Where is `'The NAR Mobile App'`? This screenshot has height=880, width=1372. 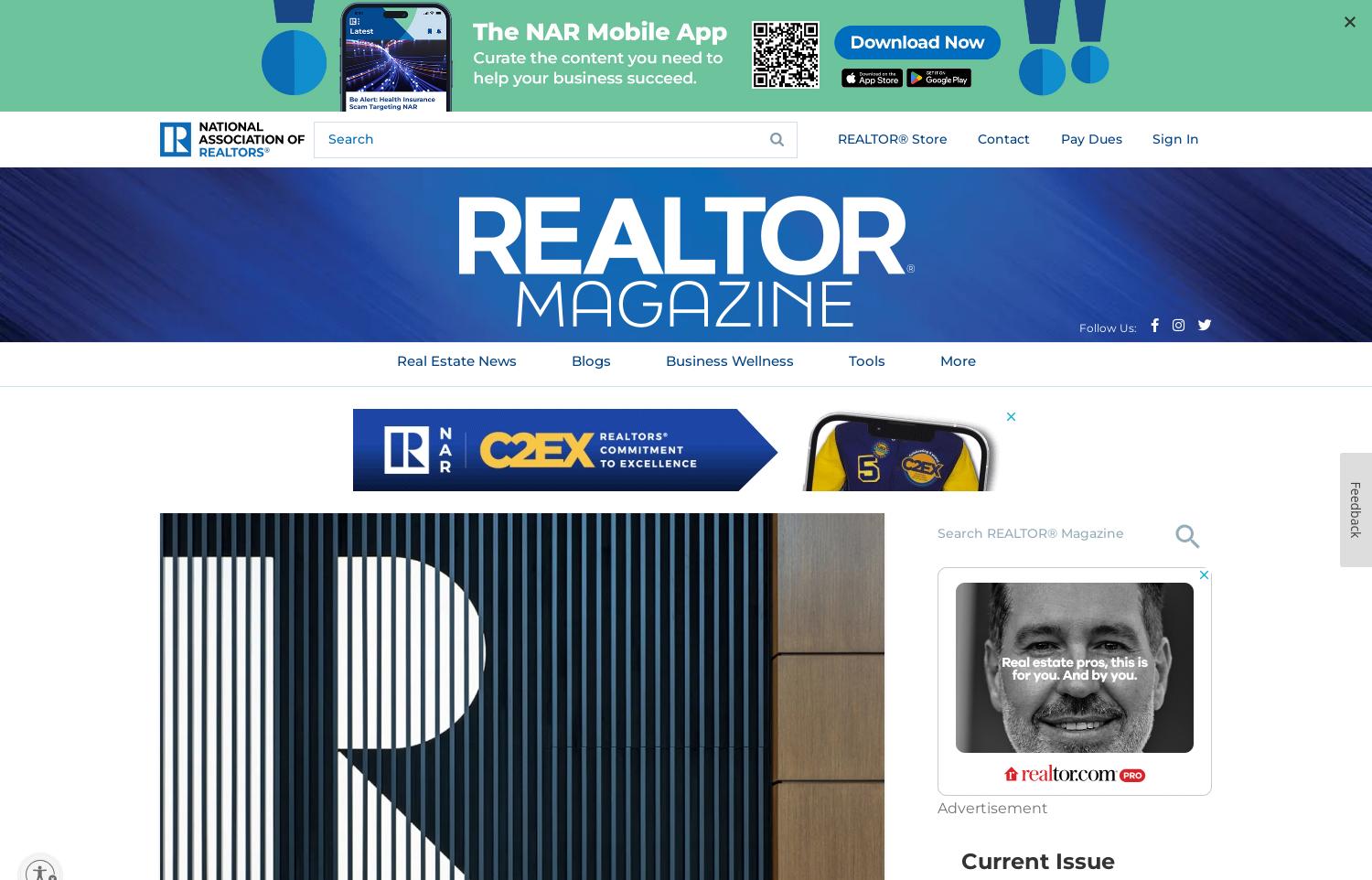 'The NAR Mobile App' is located at coordinates (120, 42).